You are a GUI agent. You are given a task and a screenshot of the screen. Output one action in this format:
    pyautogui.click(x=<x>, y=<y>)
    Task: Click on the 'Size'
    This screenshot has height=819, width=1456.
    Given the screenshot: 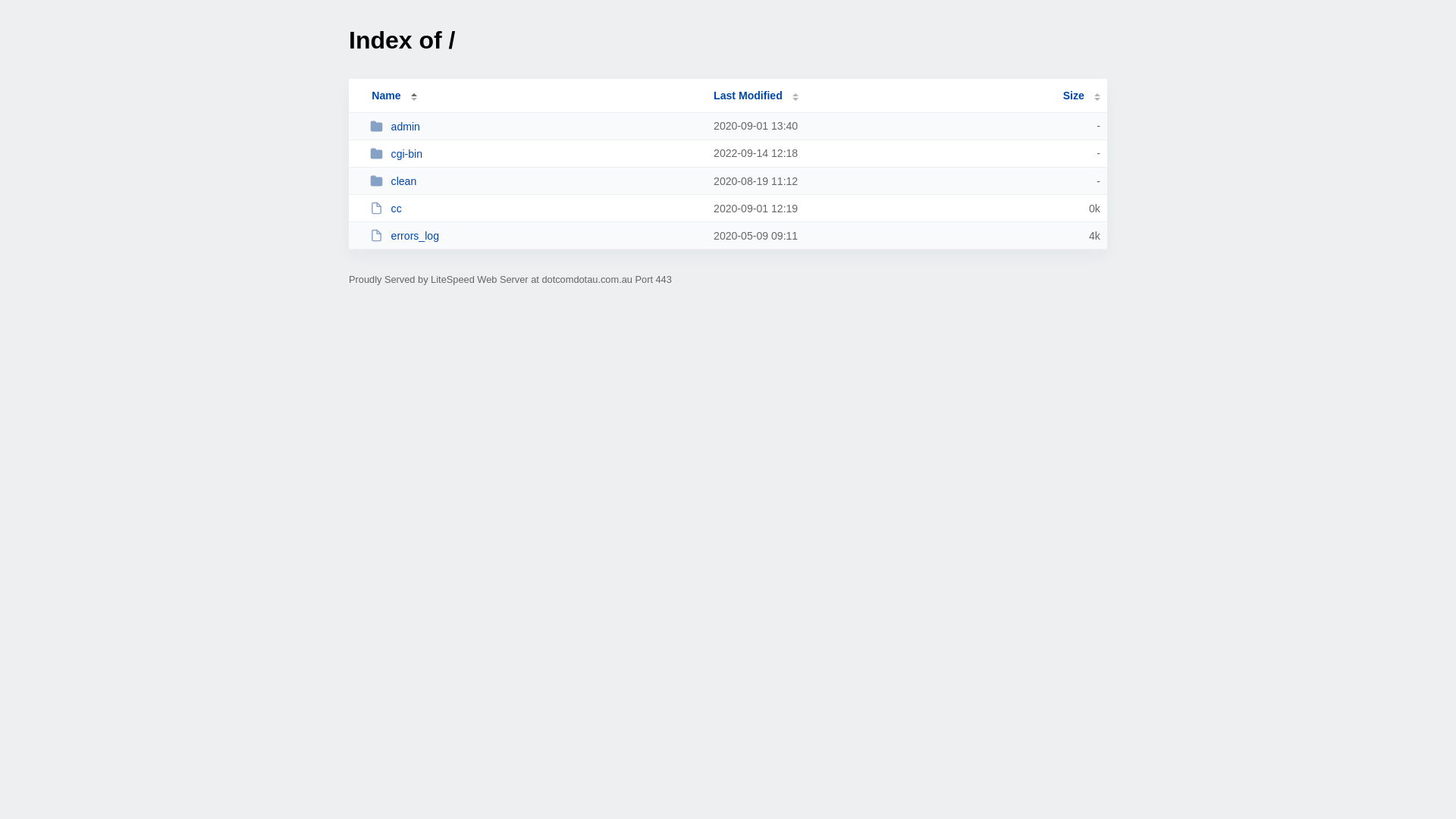 What is the action you would take?
    pyautogui.click(x=1081, y=96)
    